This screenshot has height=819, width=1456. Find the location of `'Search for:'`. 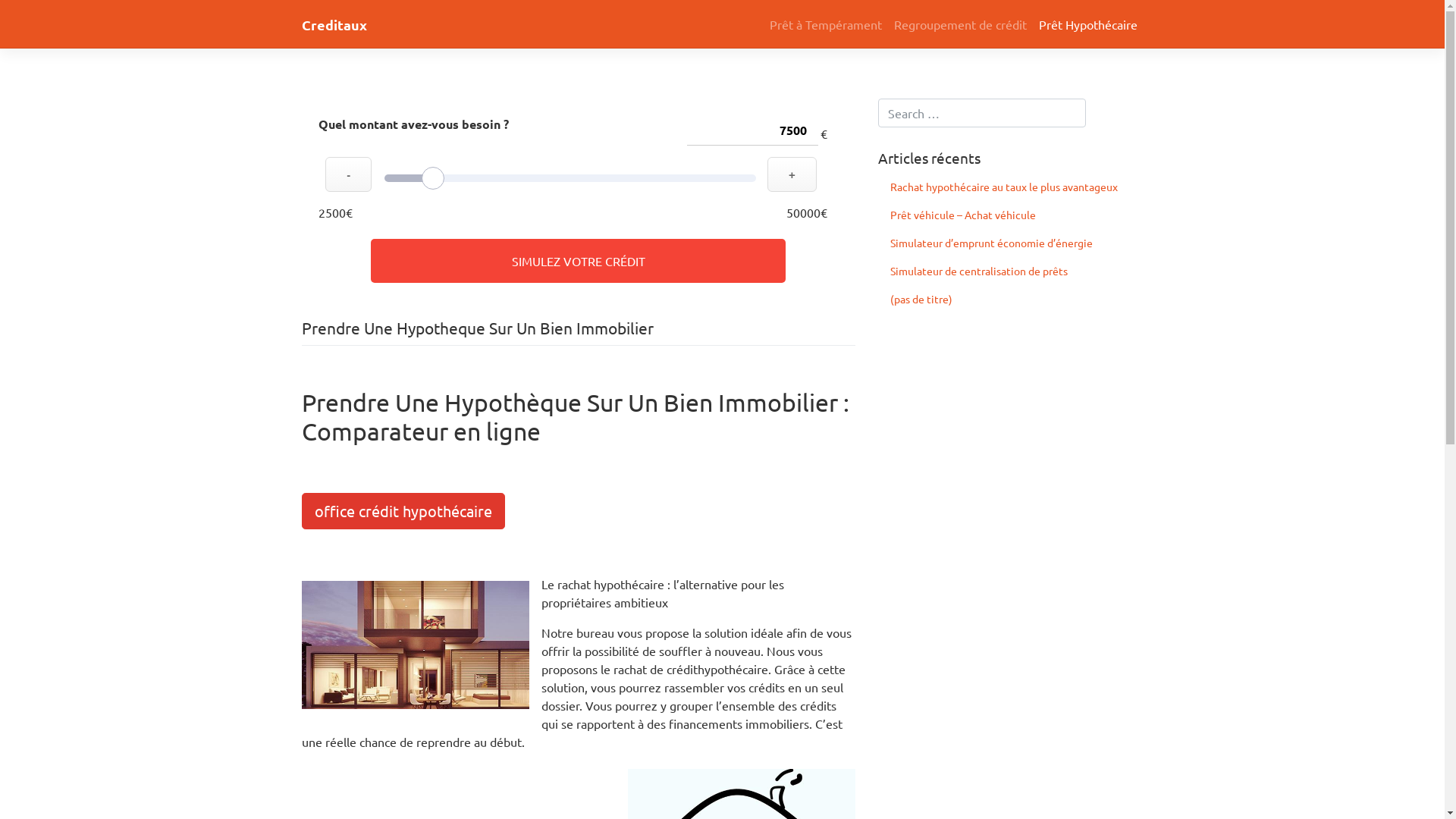

'Search for:' is located at coordinates (982, 112).